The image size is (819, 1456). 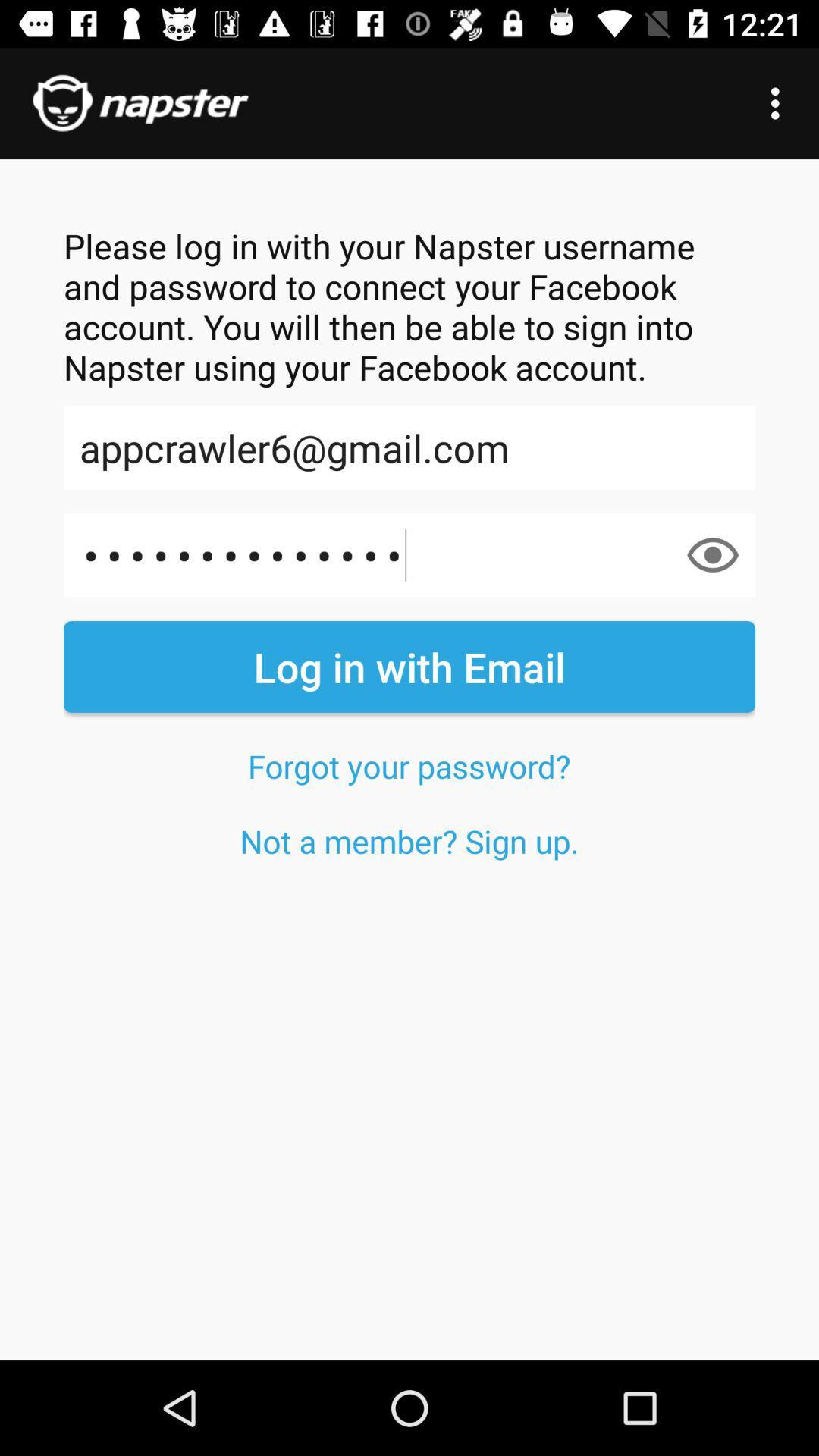 What do you see at coordinates (713, 554) in the screenshot?
I see `the icon below the appcrawler6@gmail.com item` at bounding box center [713, 554].